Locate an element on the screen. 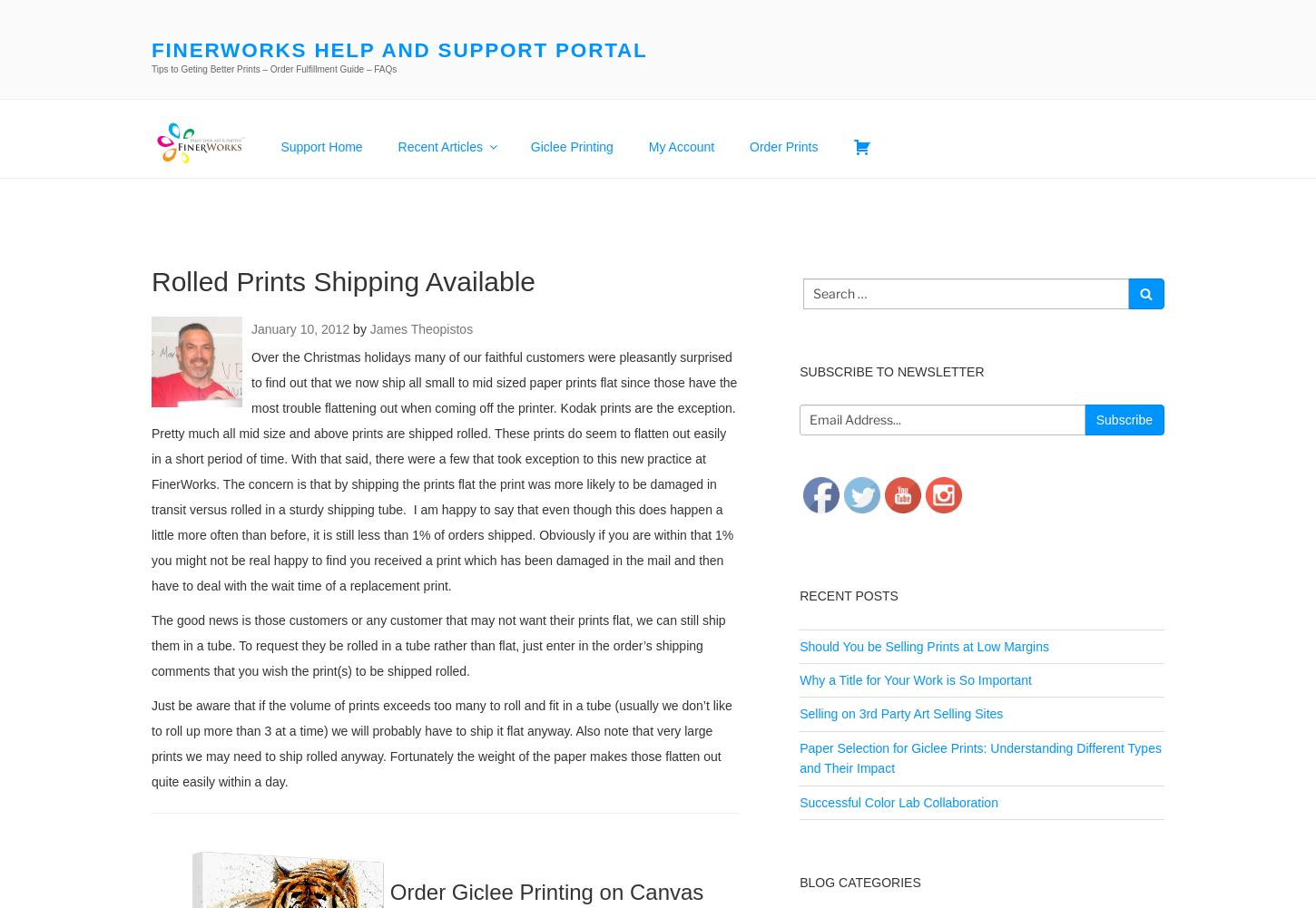 The image size is (1316, 908). 'Subscribe' is located at coordinates (1124, 419).